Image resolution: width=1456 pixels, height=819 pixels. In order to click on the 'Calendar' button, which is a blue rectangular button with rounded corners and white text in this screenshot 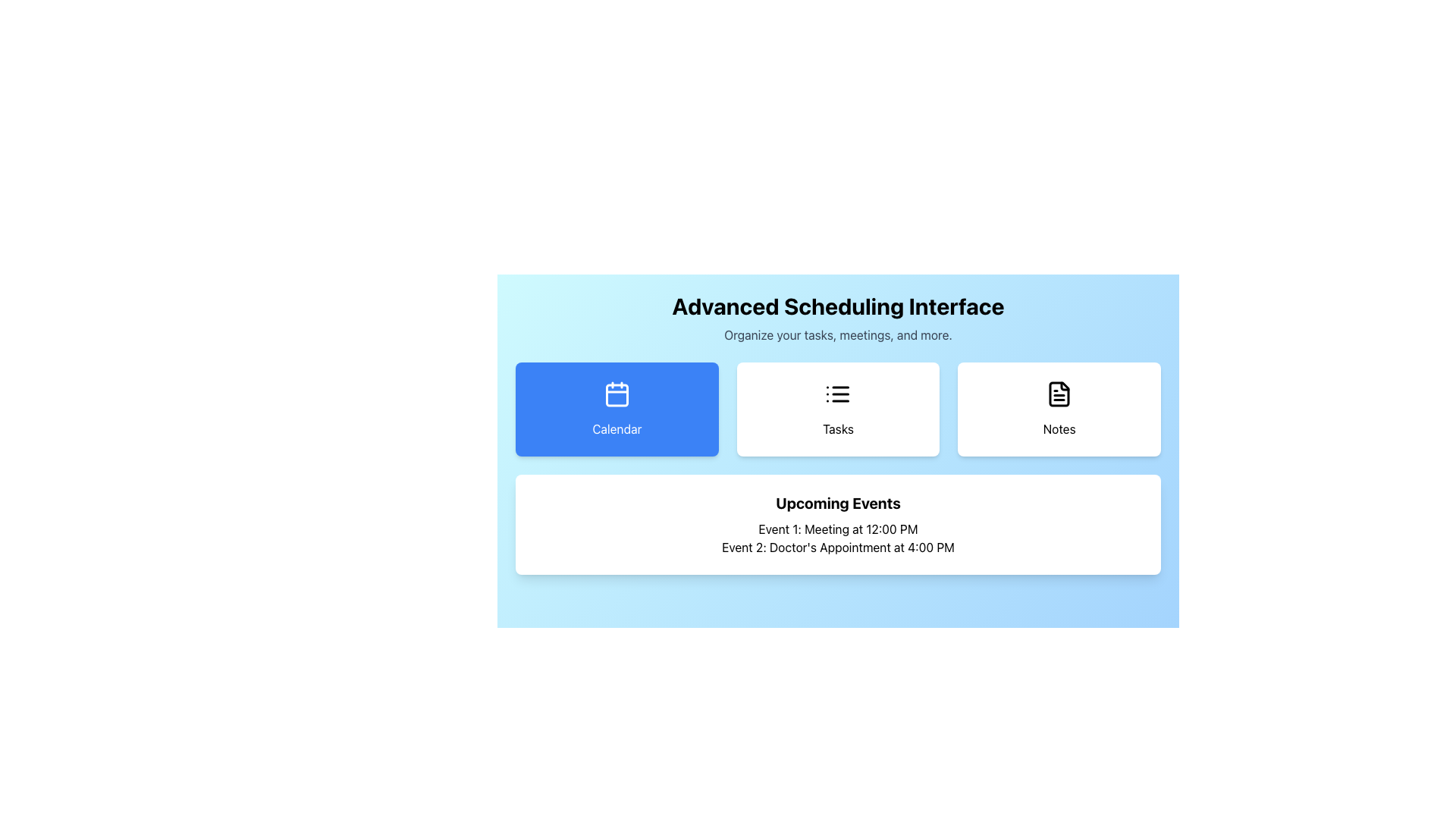, I will do `click(617, 409)`.